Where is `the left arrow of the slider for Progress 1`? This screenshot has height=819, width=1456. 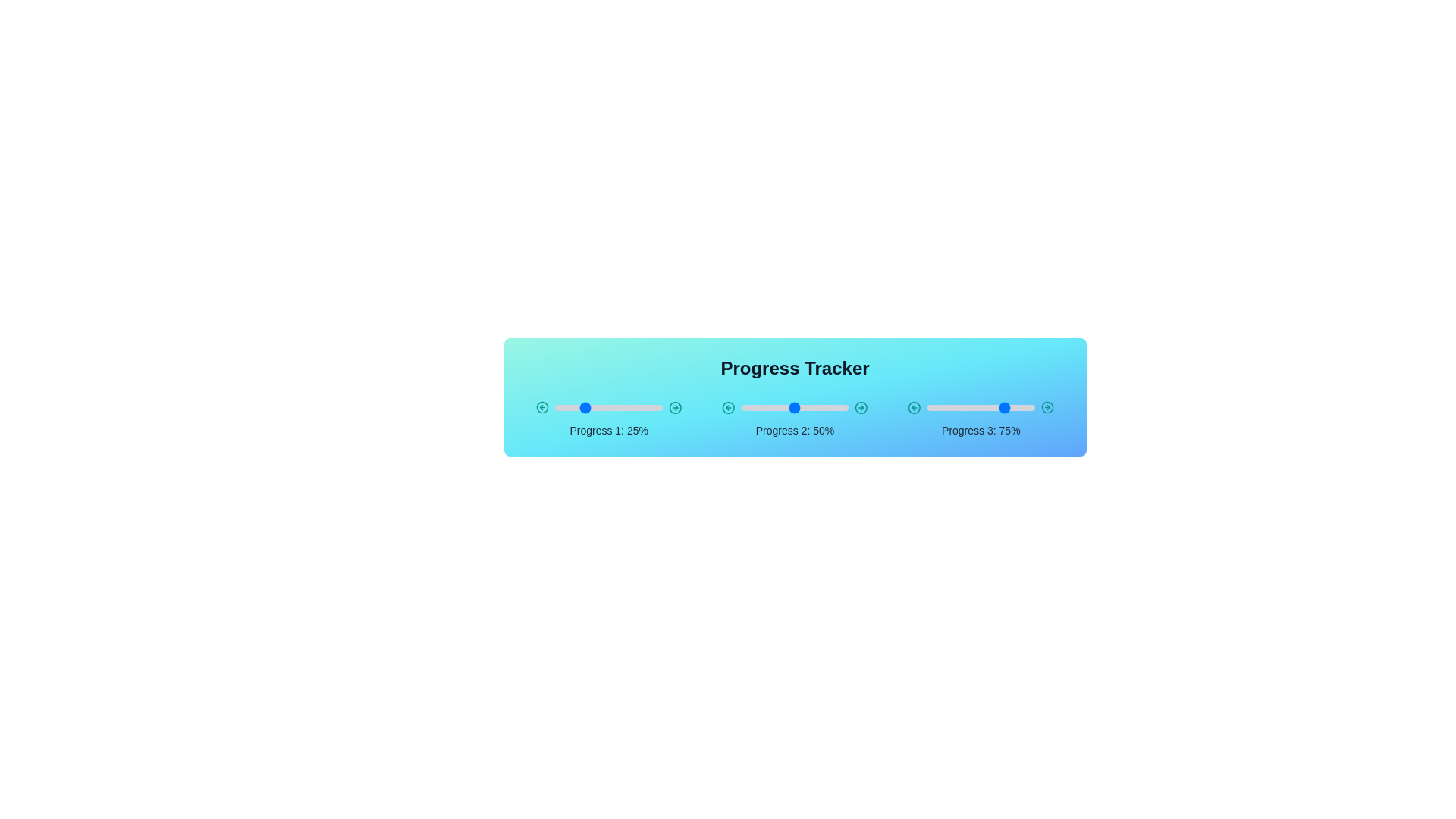 the left arrow of the slider for Progress 1 is located at coordinates (542, 406).